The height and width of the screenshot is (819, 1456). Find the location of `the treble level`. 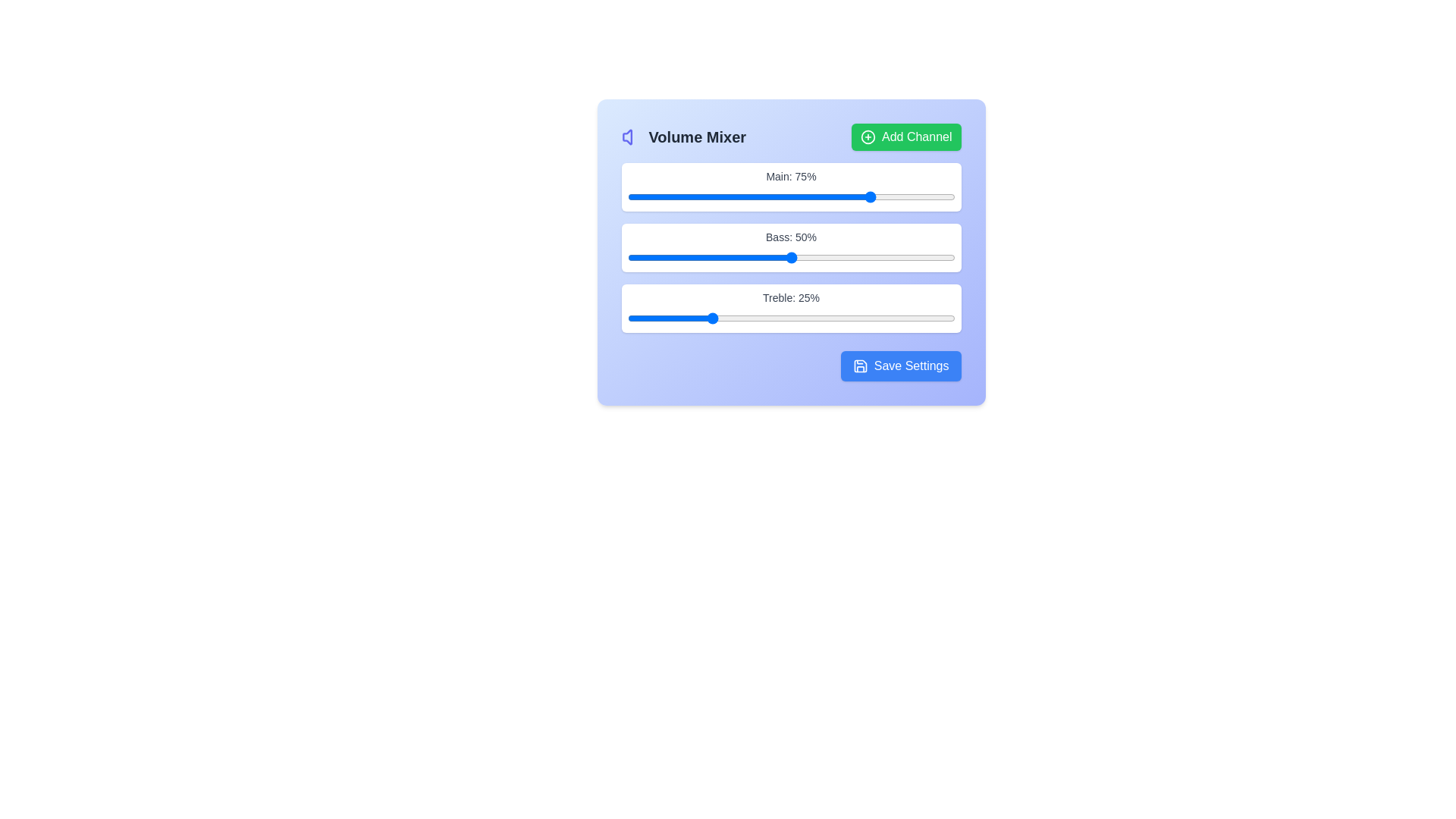

the treble level is located at coordinates (768, 318).